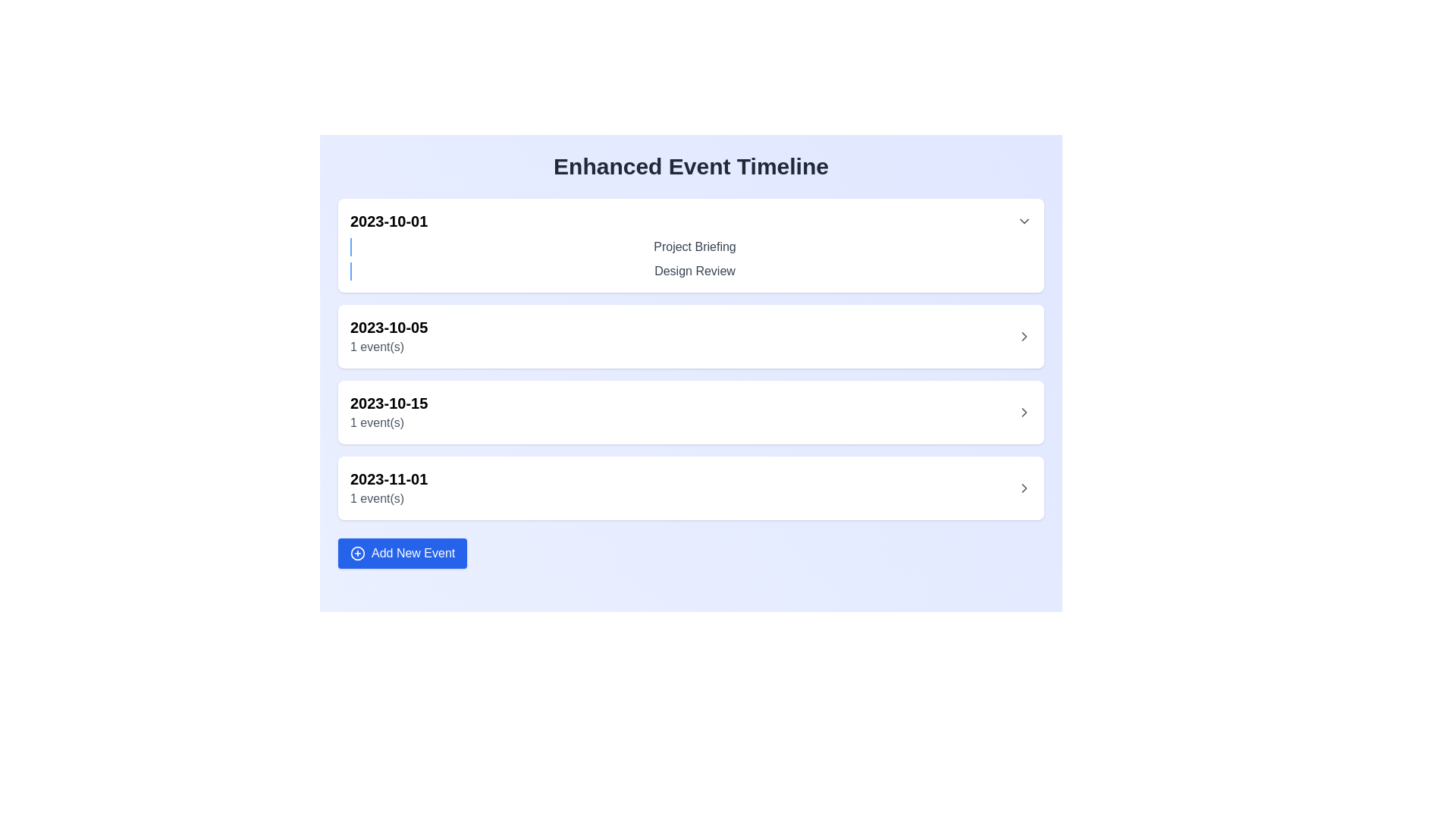  Describe the element at coordinates (690, 359) in the screenshot. I see `the second card element in the event timeline list that displays the date and number of events associated with it` at that location.